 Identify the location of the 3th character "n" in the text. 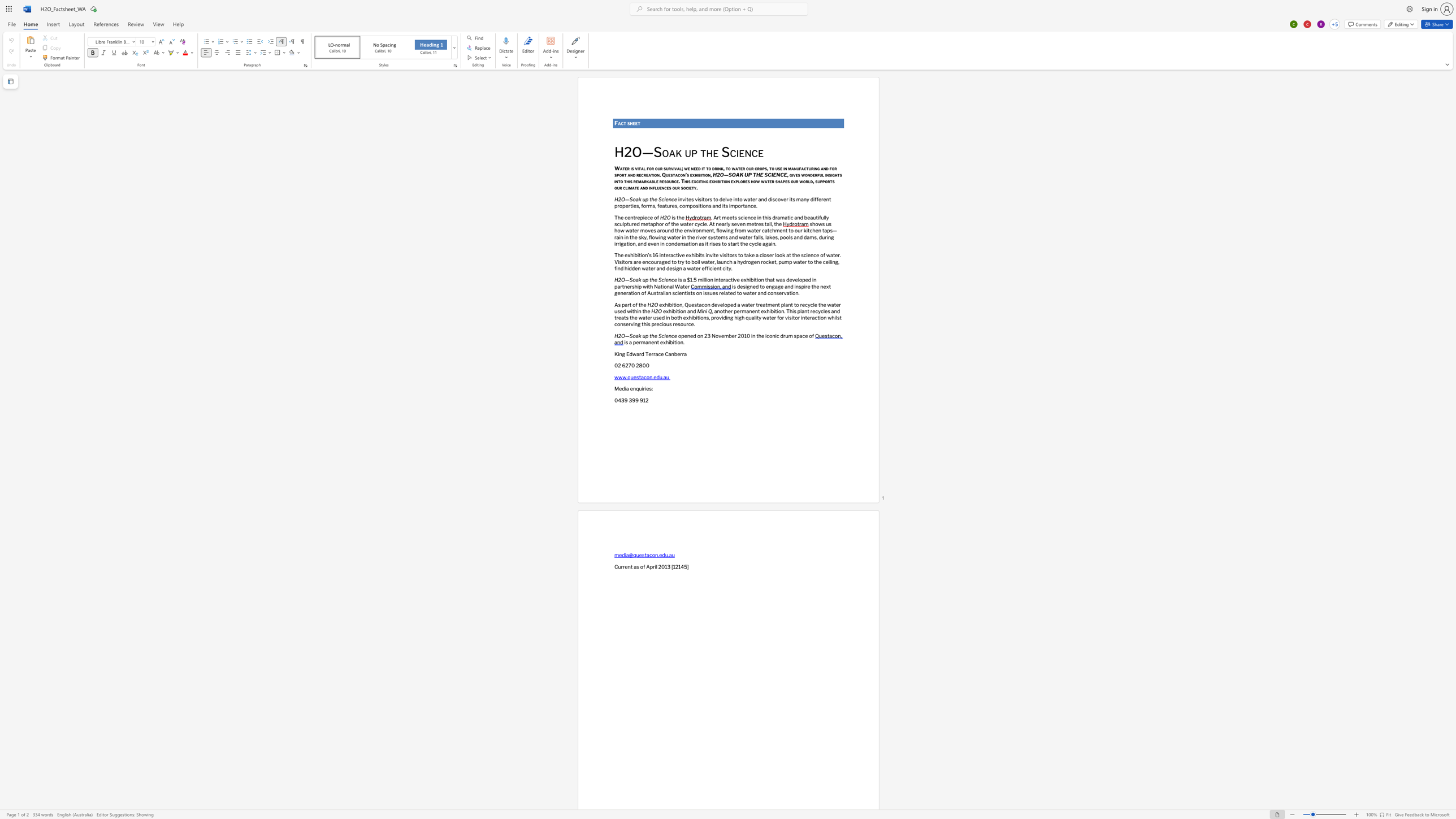
(662, 187).